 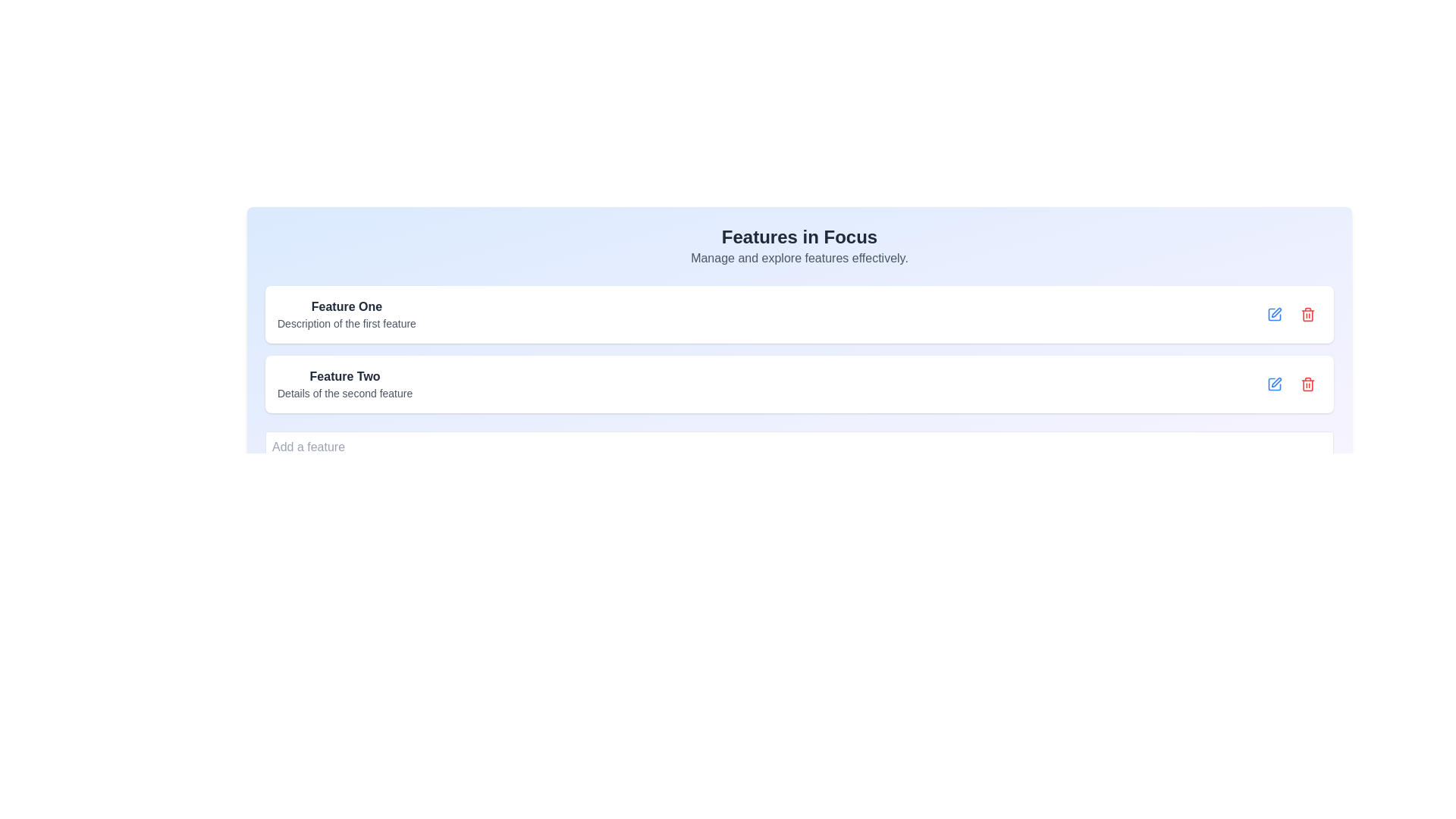 What do you see at coordinates (799, 464) in the screenshot?
I see `the 'Add Feature' button located at the bottom section of the feature management card to activate the hover effect` at bounding box center [799, 464].